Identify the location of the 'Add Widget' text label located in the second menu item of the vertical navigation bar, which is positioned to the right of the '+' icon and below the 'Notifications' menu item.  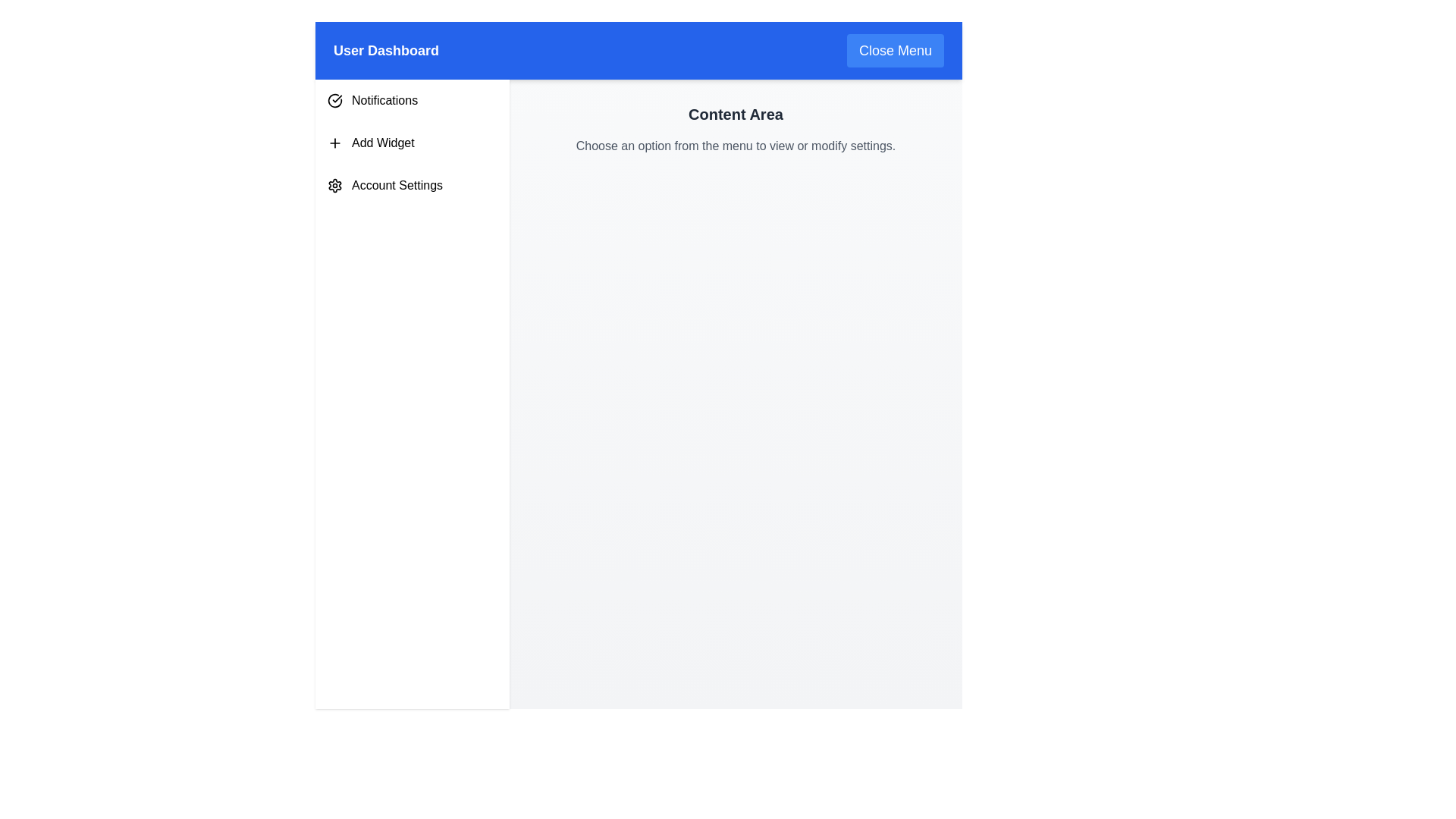
(383, 143).